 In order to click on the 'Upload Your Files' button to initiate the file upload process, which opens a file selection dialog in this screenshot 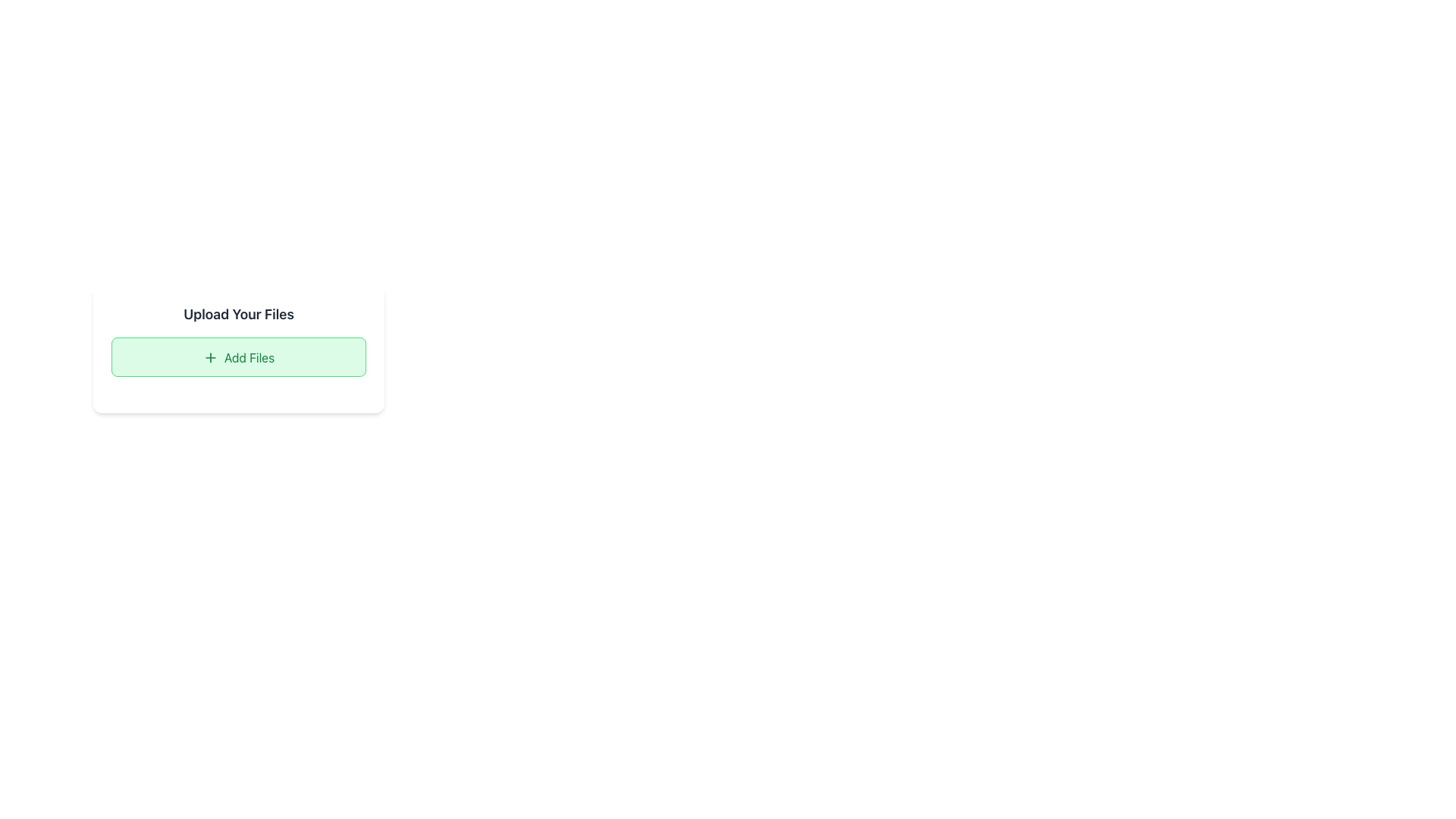, I will do `click(238, 356)`.